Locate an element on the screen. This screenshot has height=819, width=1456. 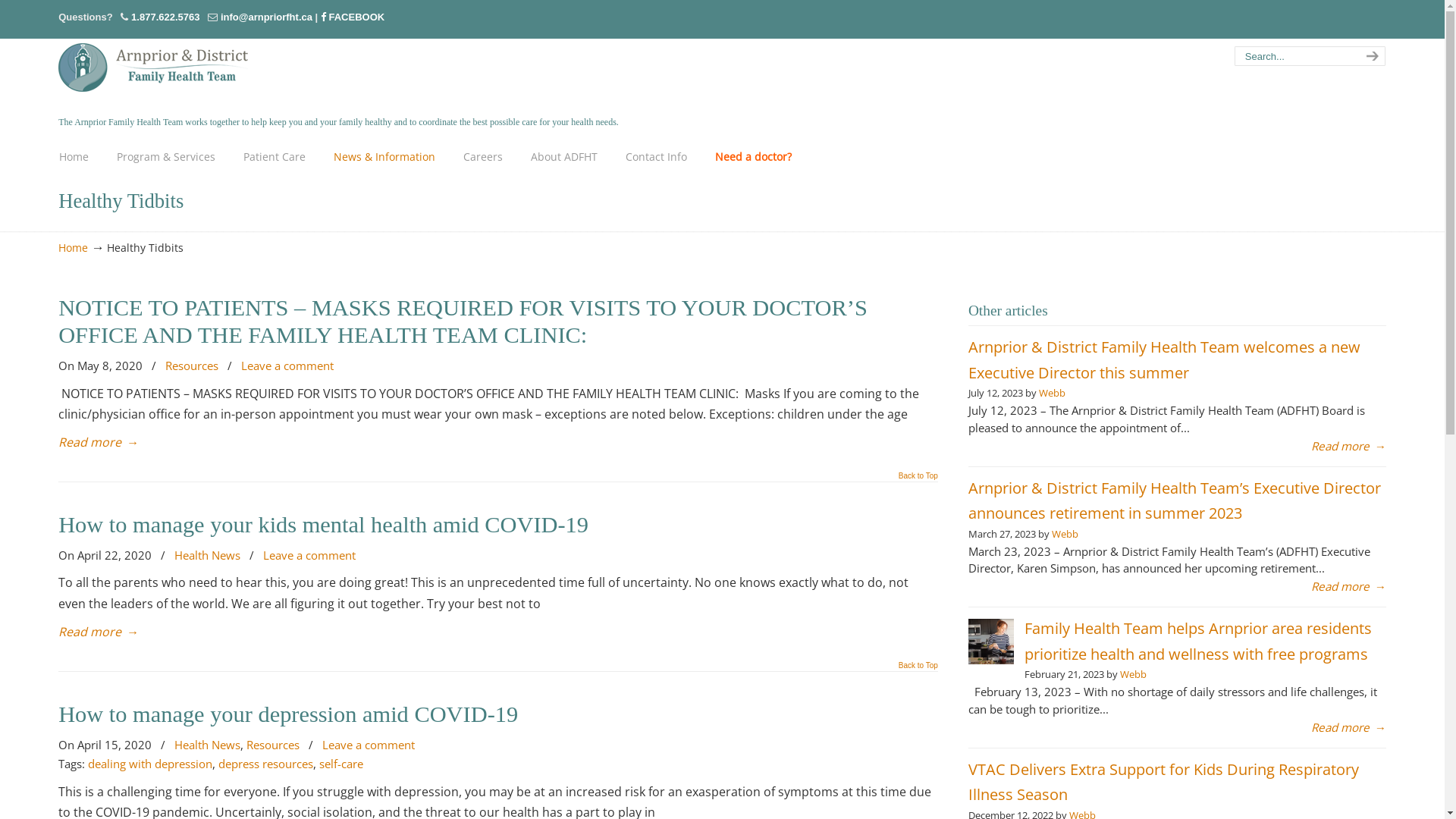
'Health News' is located at coordinates (206, 555).